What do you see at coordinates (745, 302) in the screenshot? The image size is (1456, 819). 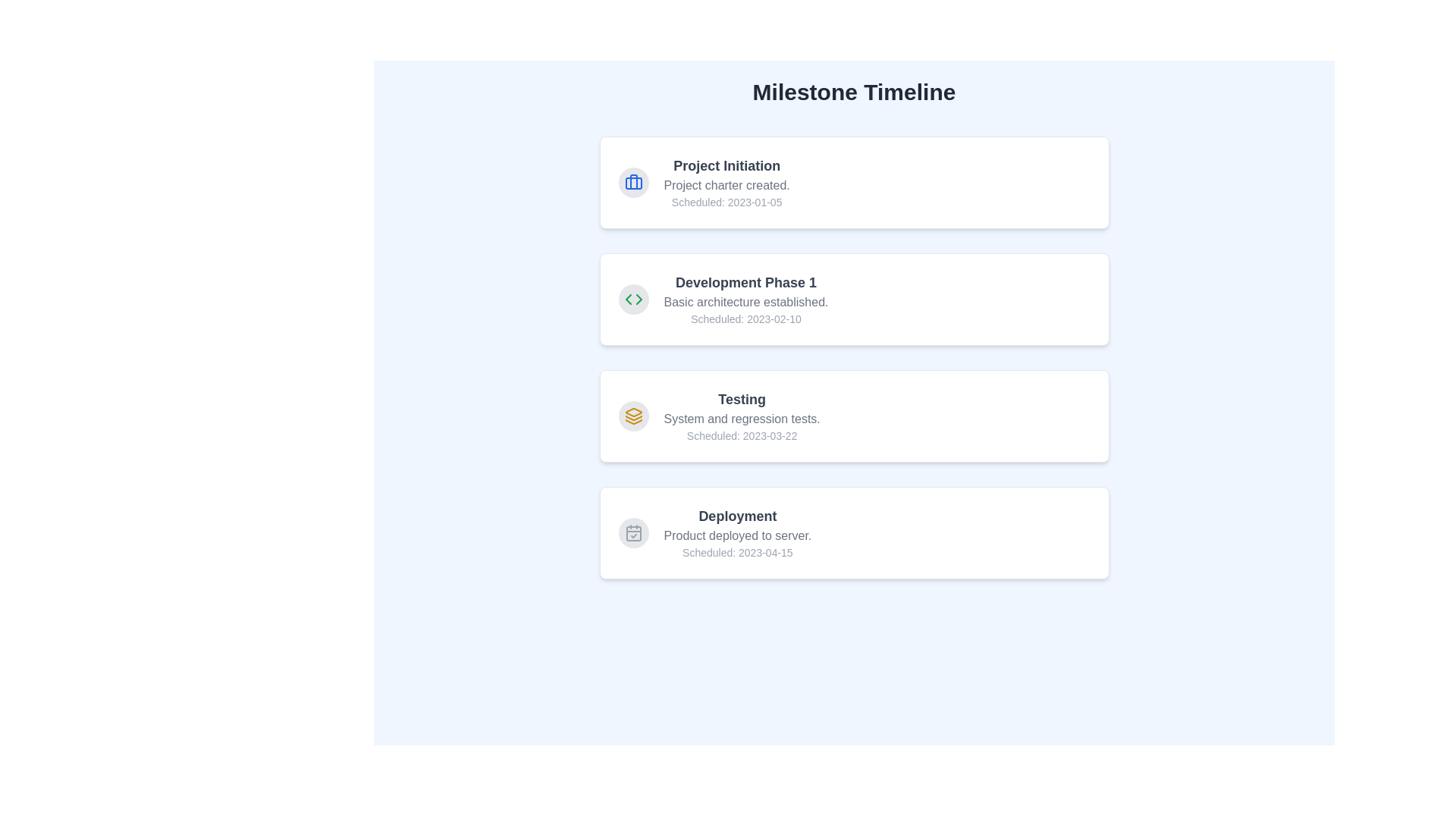 I see `the text element that reads 'Basic architecture established.' which is located below 'Development Phase 1' and above 'Scheduled: 2023-02-10' in the timeline layout` at bounding box center [745, 302].